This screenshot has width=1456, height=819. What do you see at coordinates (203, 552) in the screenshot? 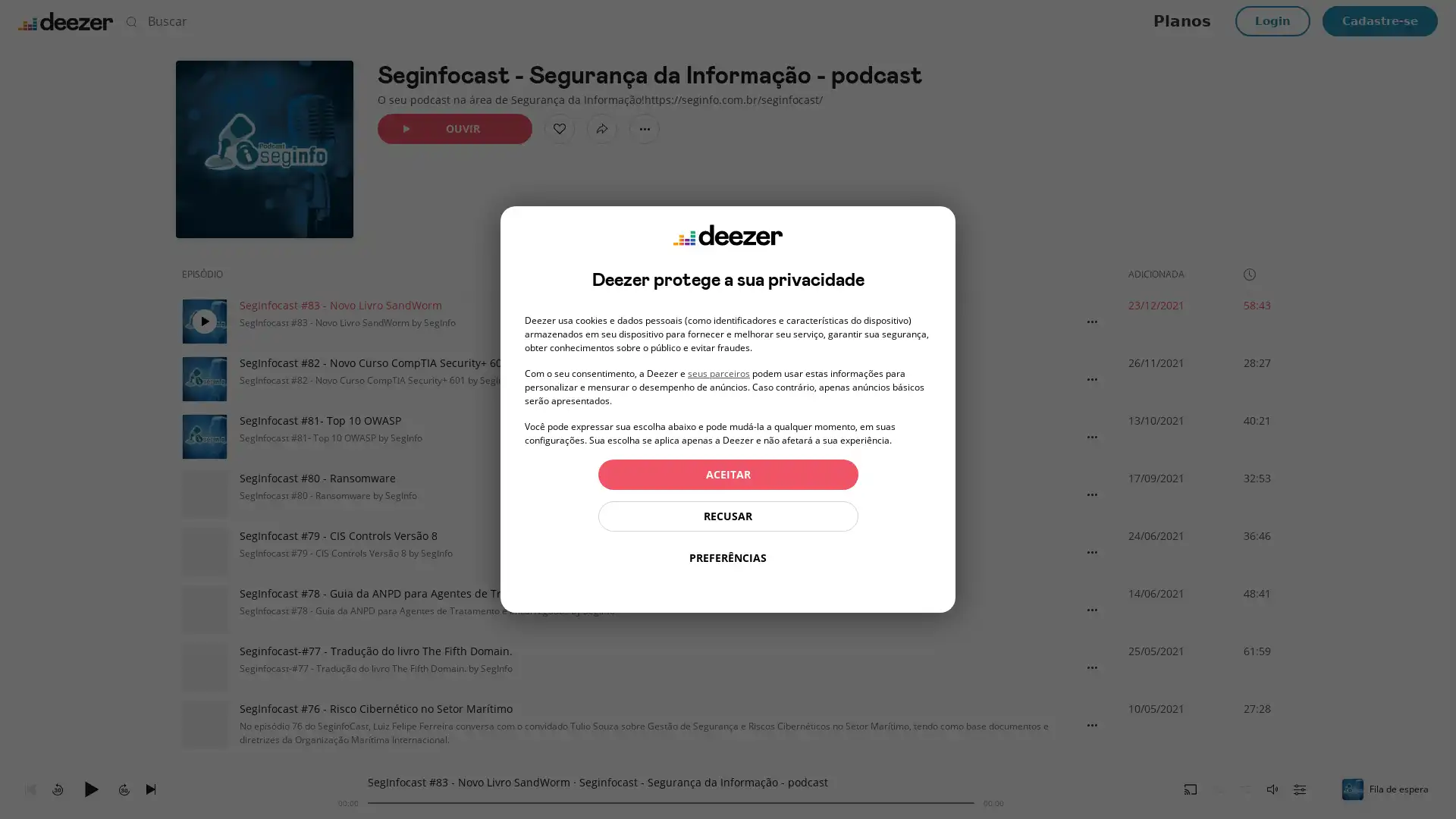
I see `Tocar SegInfocast #79 - CIS Controls Versao 8 por Seginfocast - Seguranca da Informacao - podcast` at bounding box center [203, 552].